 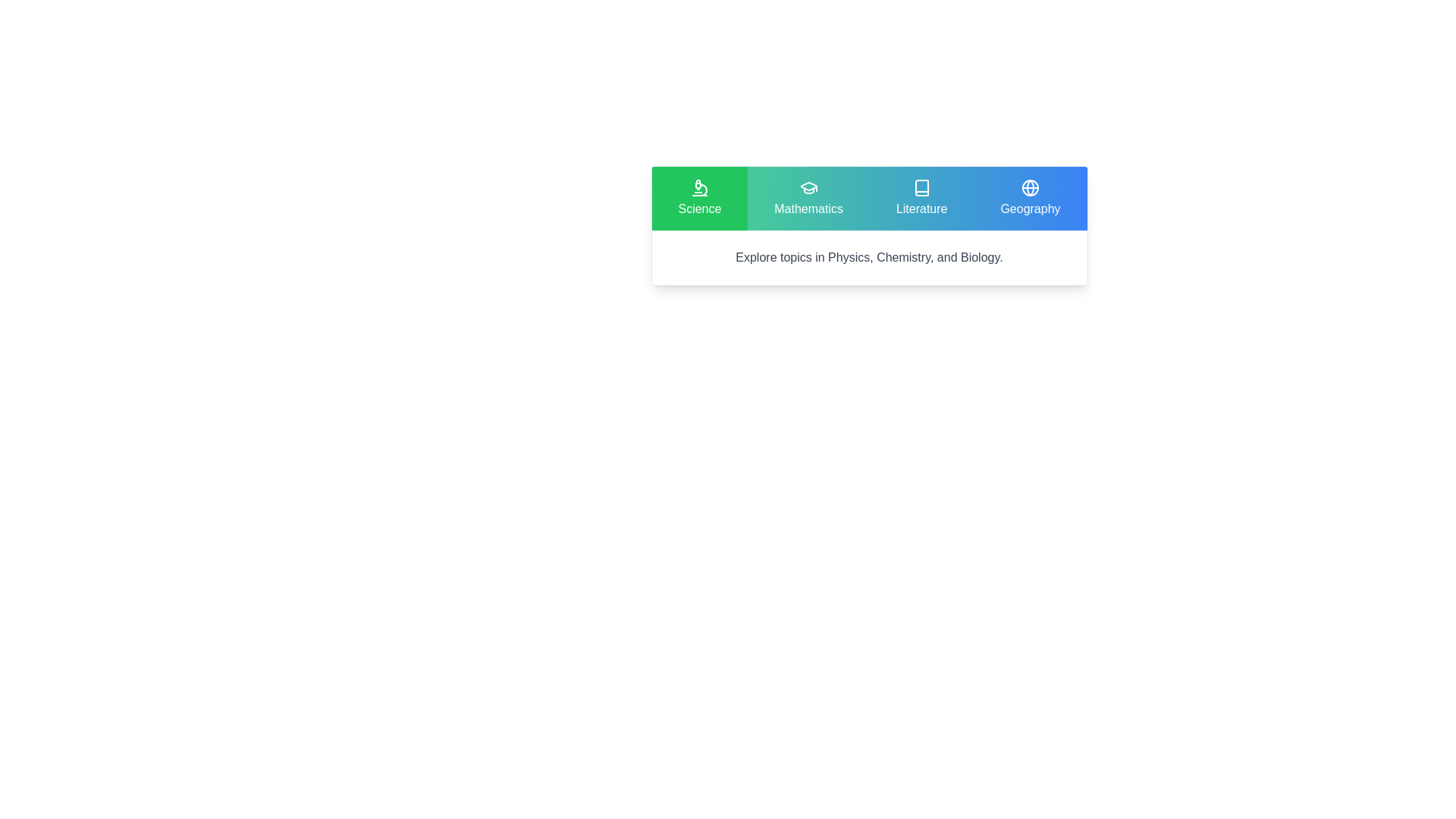 What do you see at coordinates (698, 187) in the screenshot?
I see `the microscope-shaped icon located in the green rectangular section labeled 'Science', which is visually centered within that section` at bounding box center [698, 187].